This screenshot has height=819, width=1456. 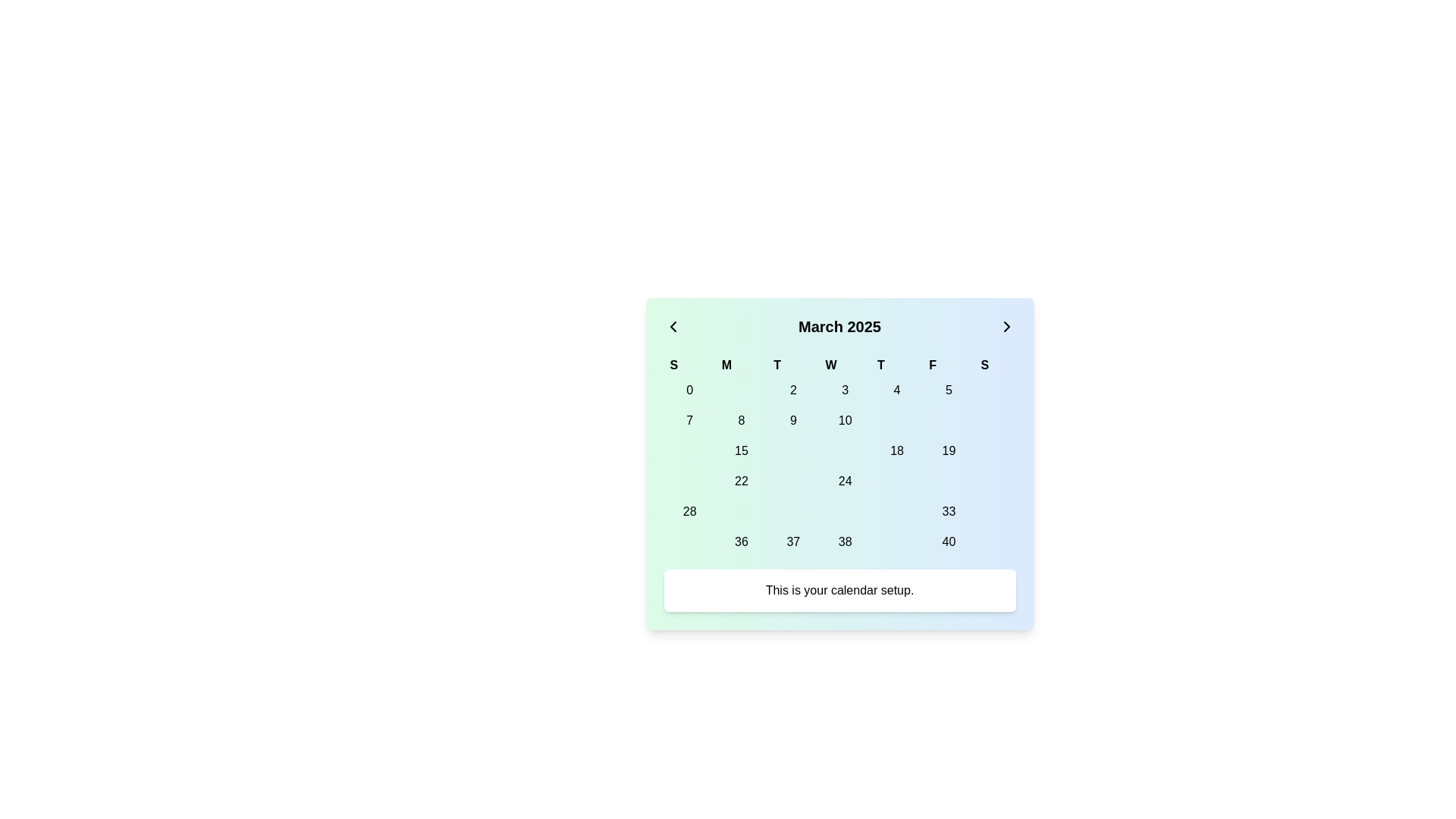 What do you see at coordinates (839, 590) in the screenshot?
I see `description from the informational text box located at the bottom of the calendar setup, directly below the calendar grid` at bounding box center [839, 590].